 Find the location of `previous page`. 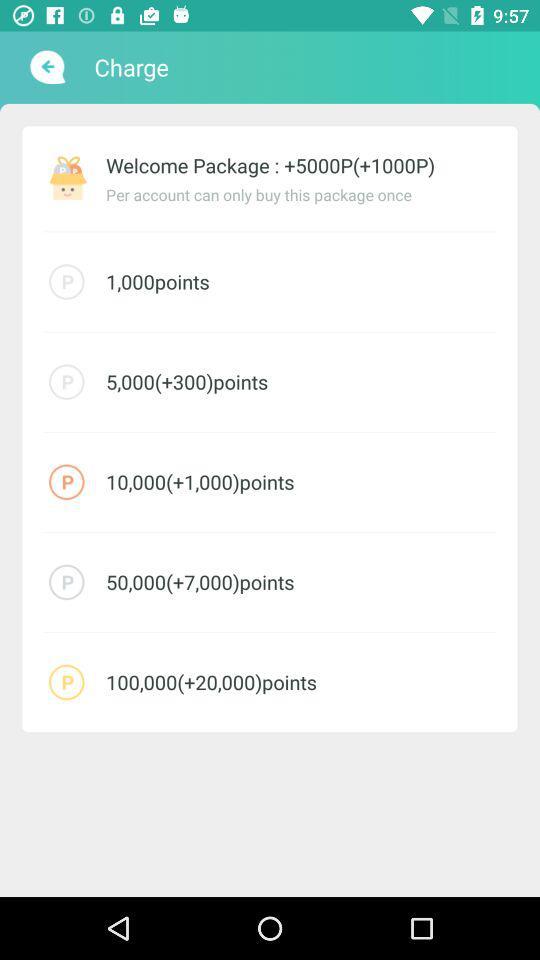

previous page is located at coordinates (45, 67).